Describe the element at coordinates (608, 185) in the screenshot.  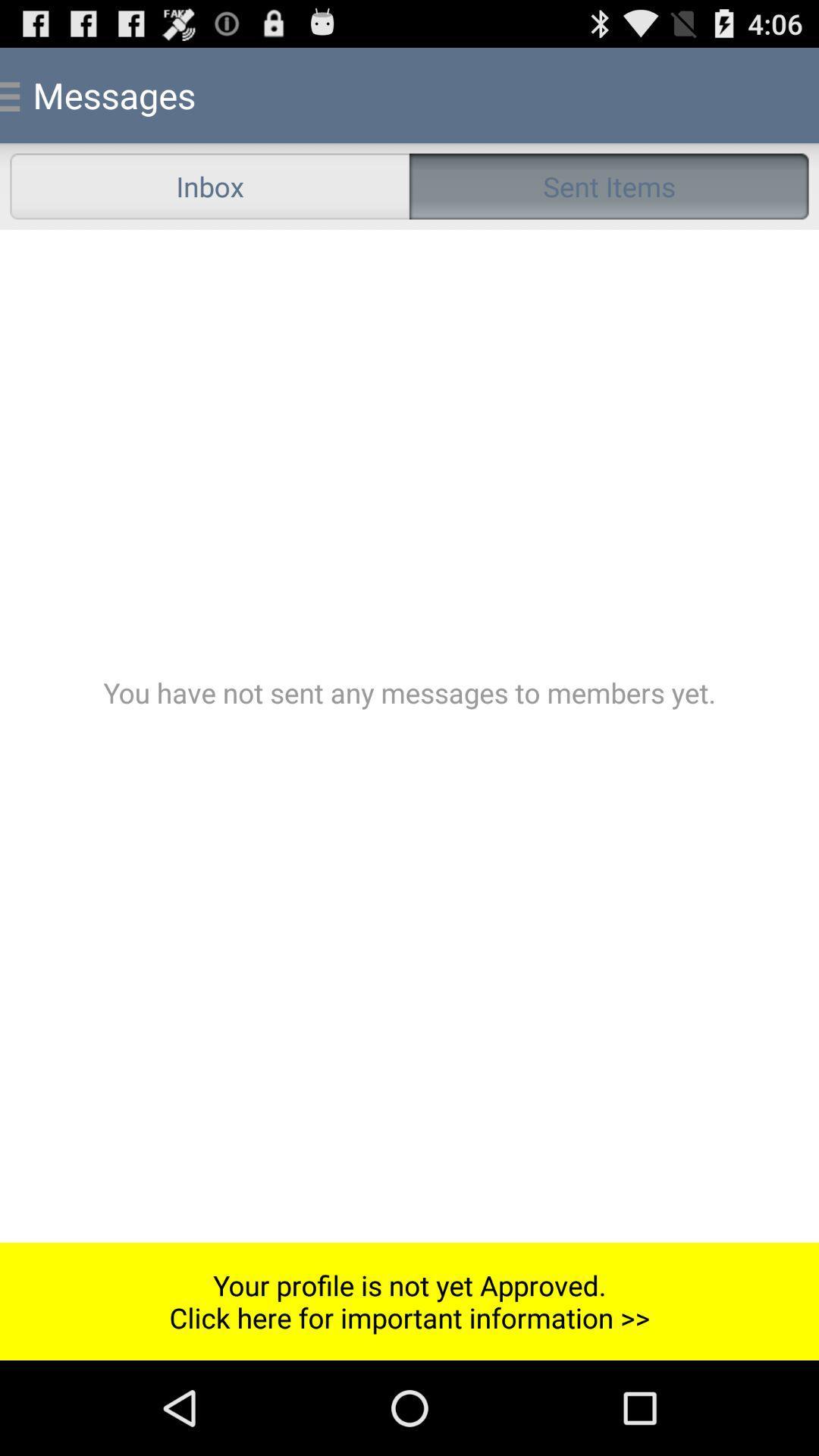
I see `item next to inbox icon` at that location.